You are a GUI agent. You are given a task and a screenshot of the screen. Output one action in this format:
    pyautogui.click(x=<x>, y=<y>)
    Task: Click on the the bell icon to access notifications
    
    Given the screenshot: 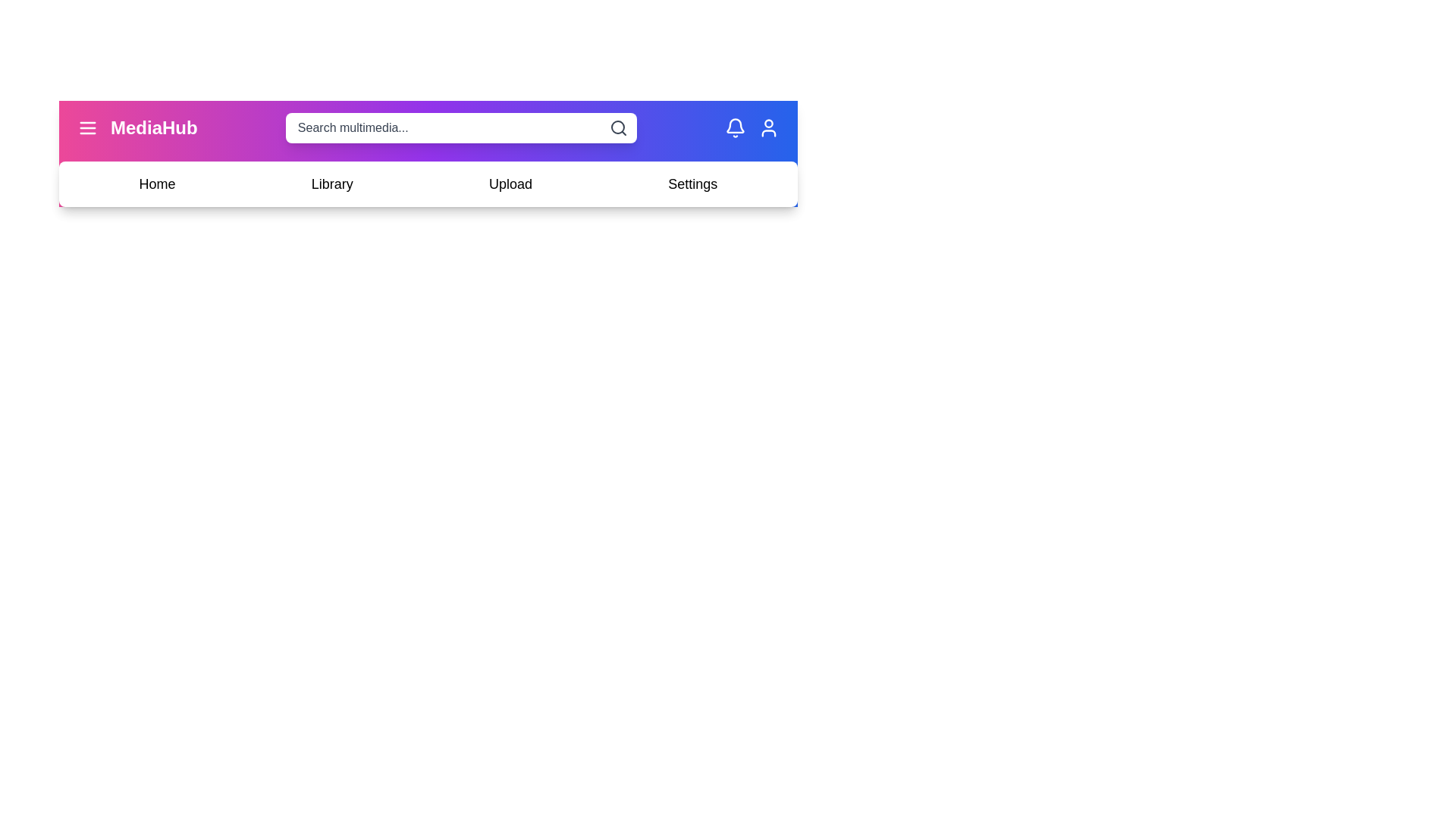 What is the action you would take?
    pyautogui.click(x=735, y=127)
    